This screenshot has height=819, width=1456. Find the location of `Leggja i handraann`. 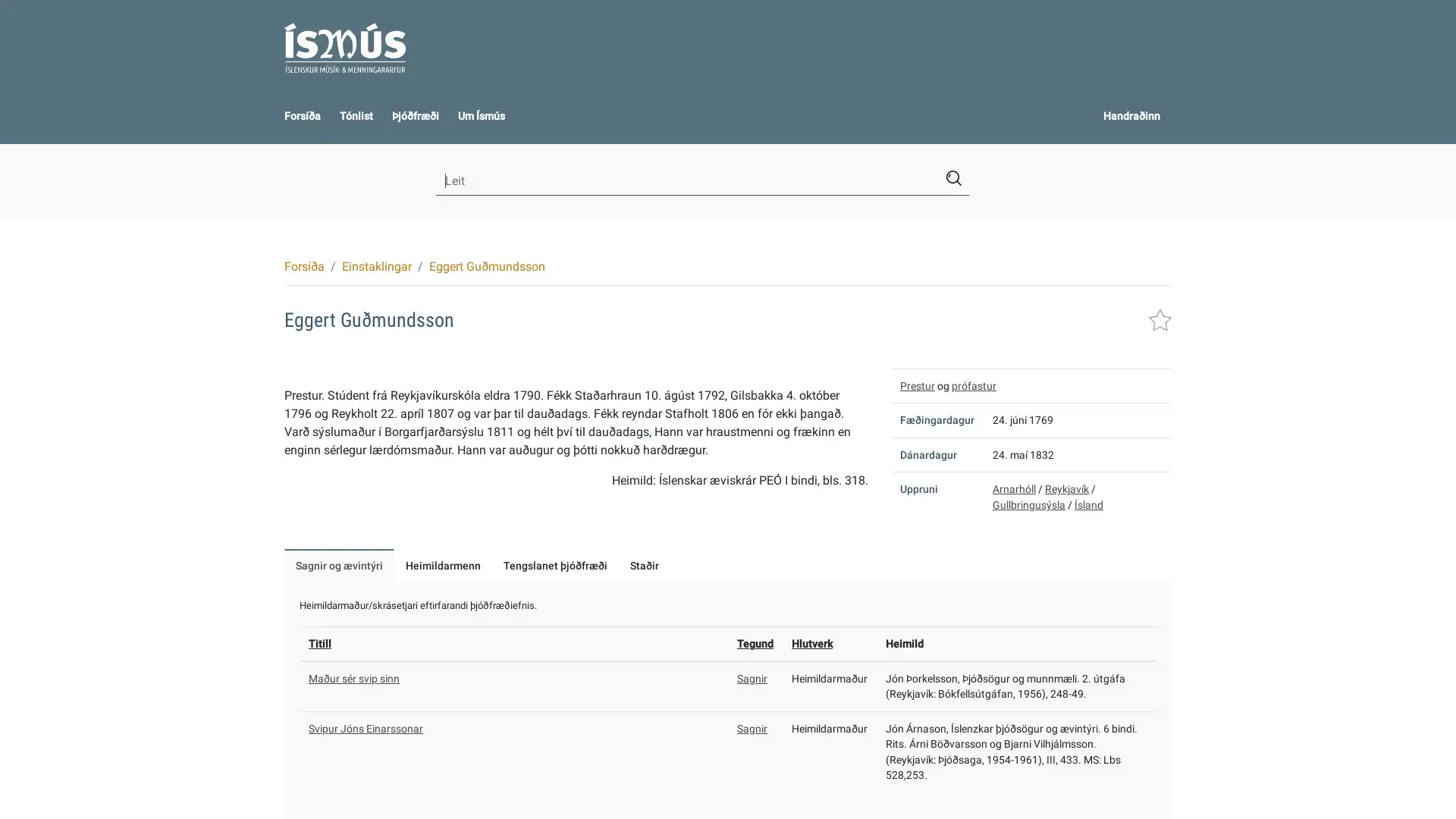

Leggja i handraann is located at coordinates (1159, 318).